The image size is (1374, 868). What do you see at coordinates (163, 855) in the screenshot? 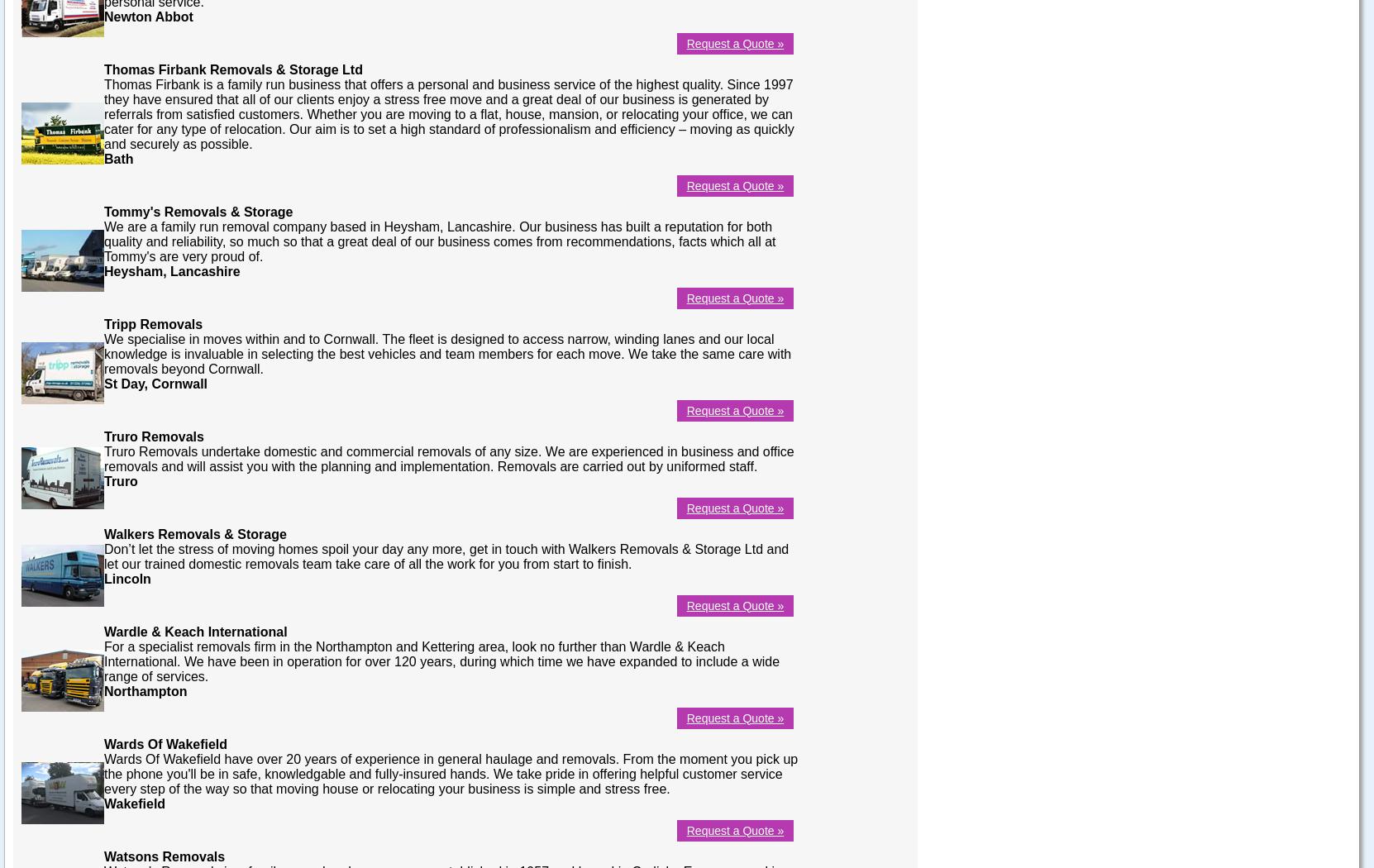
I see `'Watsons Removals'` at bounding box center [163, 855].